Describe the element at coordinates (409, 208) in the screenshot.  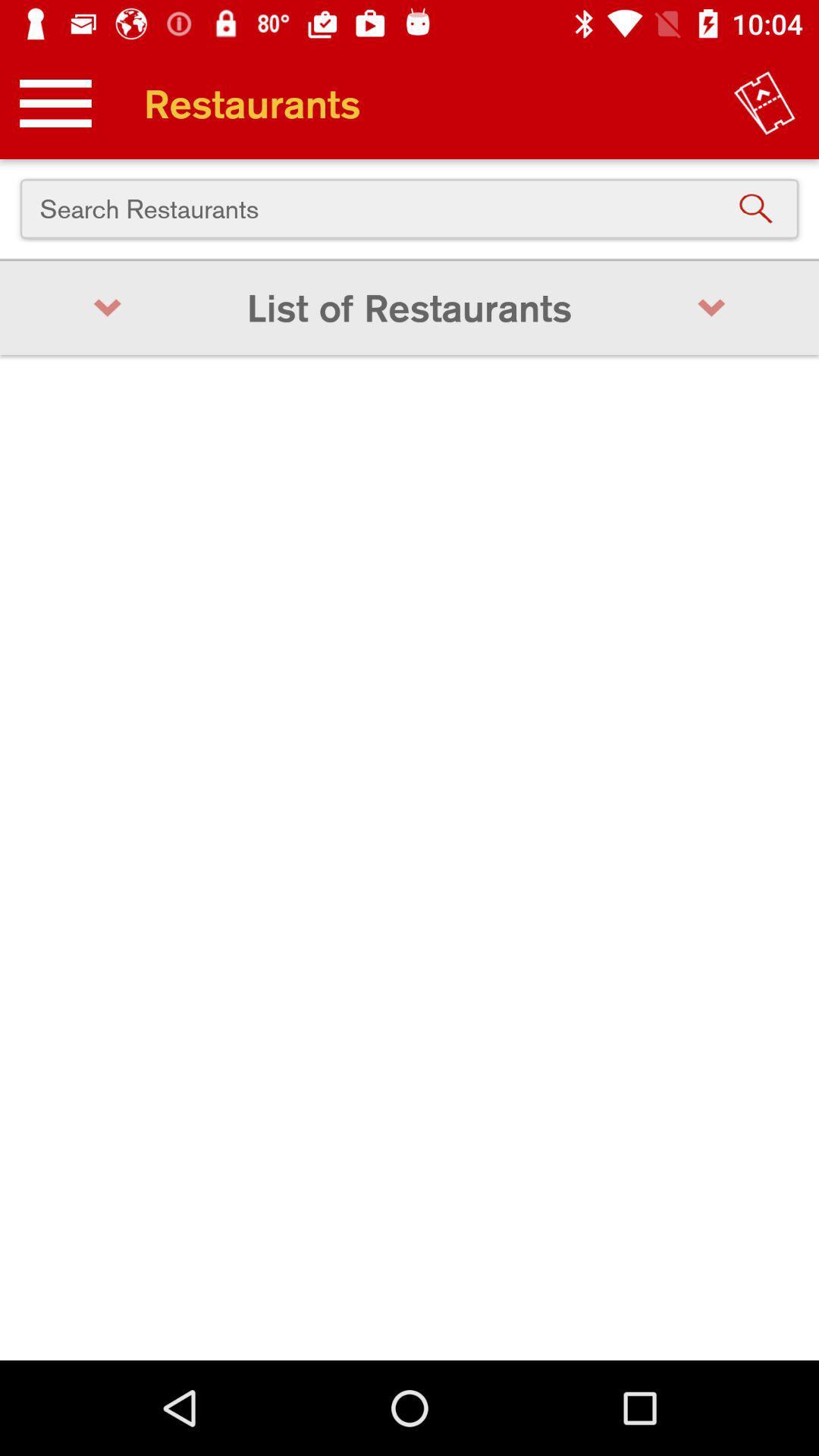
I see `search restaurants` at that location.